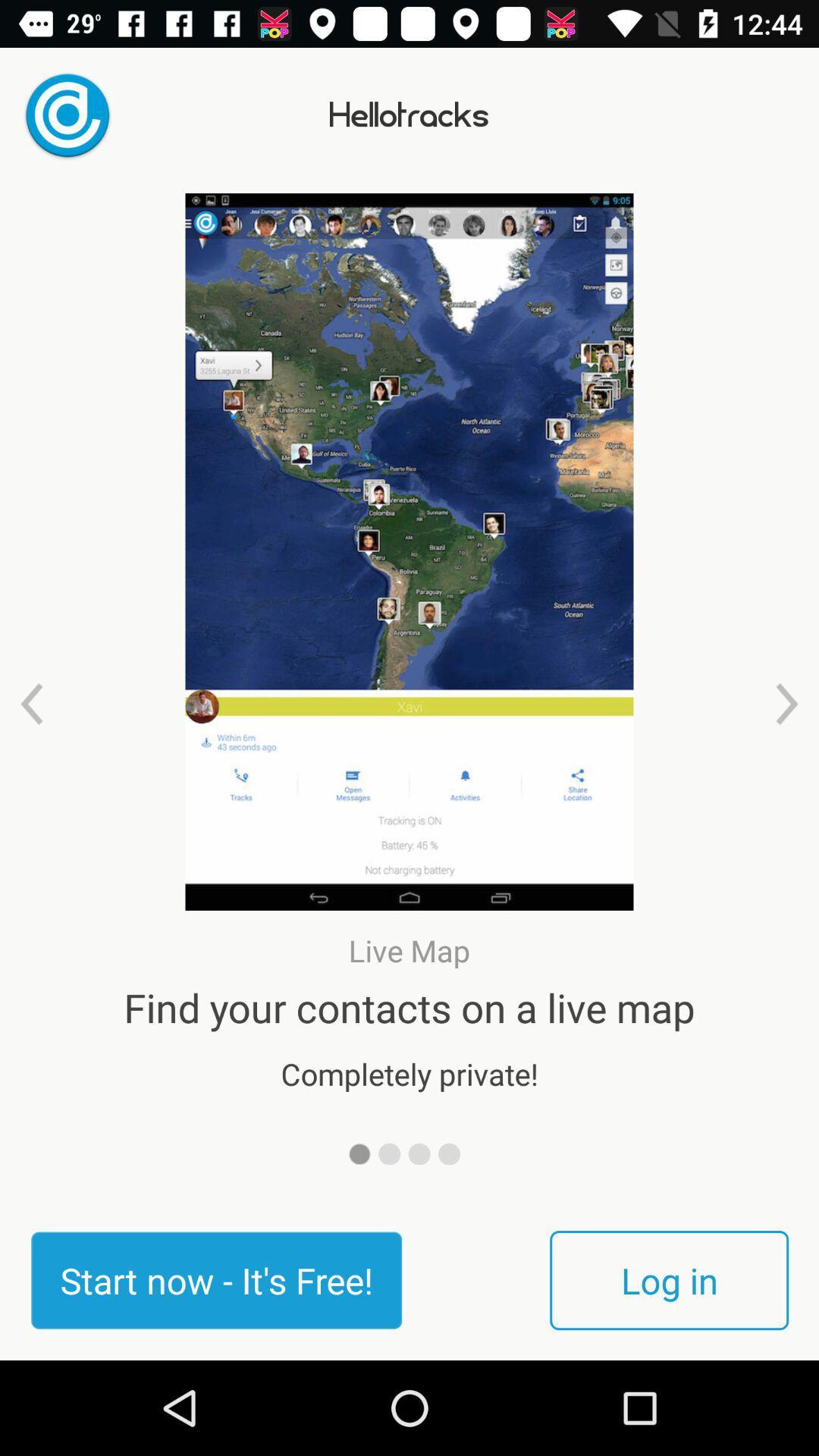 This screenshot has height=1456, width=819. Describe the element at coordinates (216, 1279) in the screenshot. I see `icon next to the log in item` at that location.